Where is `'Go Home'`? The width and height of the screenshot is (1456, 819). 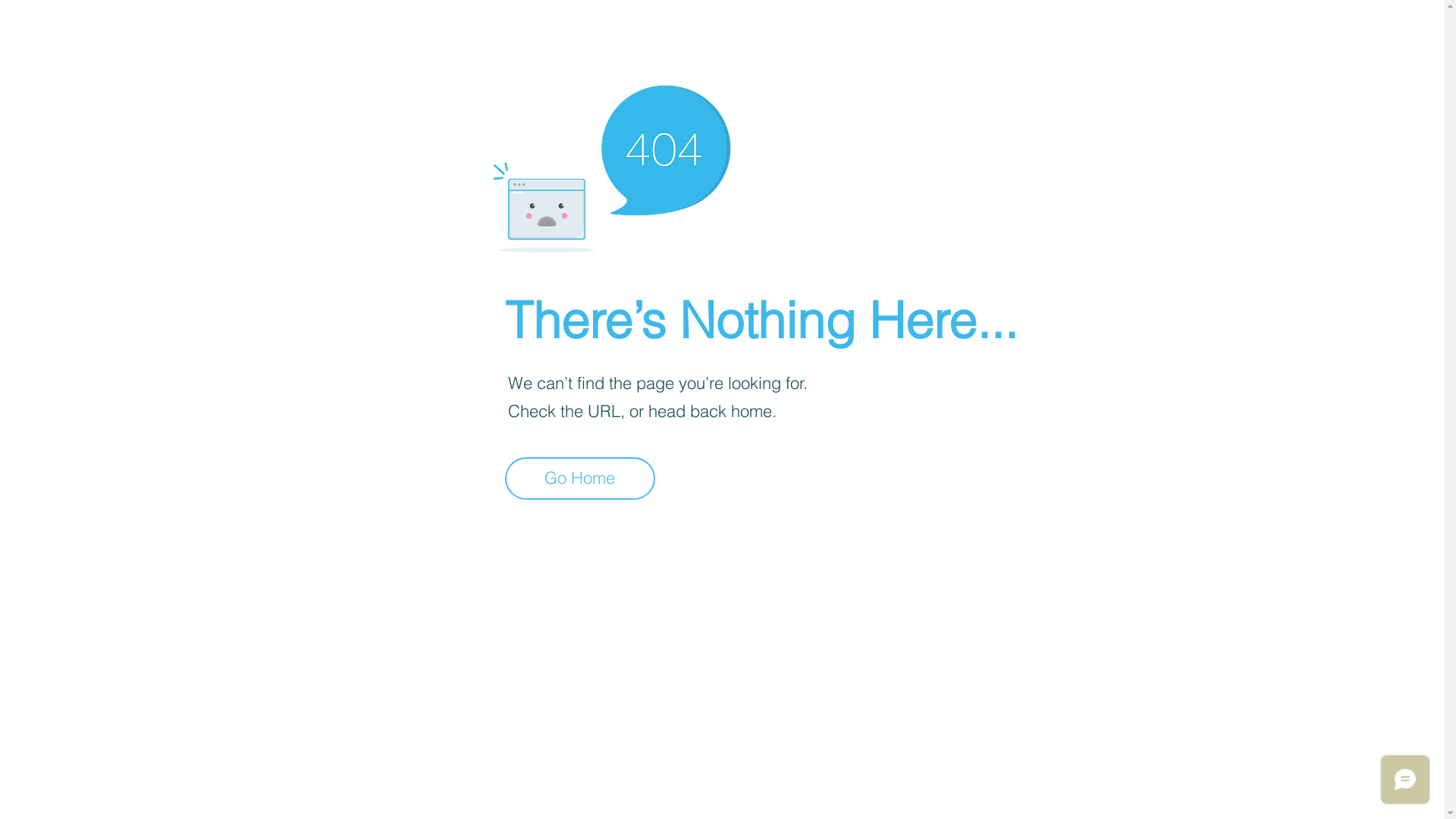 'Go Home' is located at coordinates (579, 479).